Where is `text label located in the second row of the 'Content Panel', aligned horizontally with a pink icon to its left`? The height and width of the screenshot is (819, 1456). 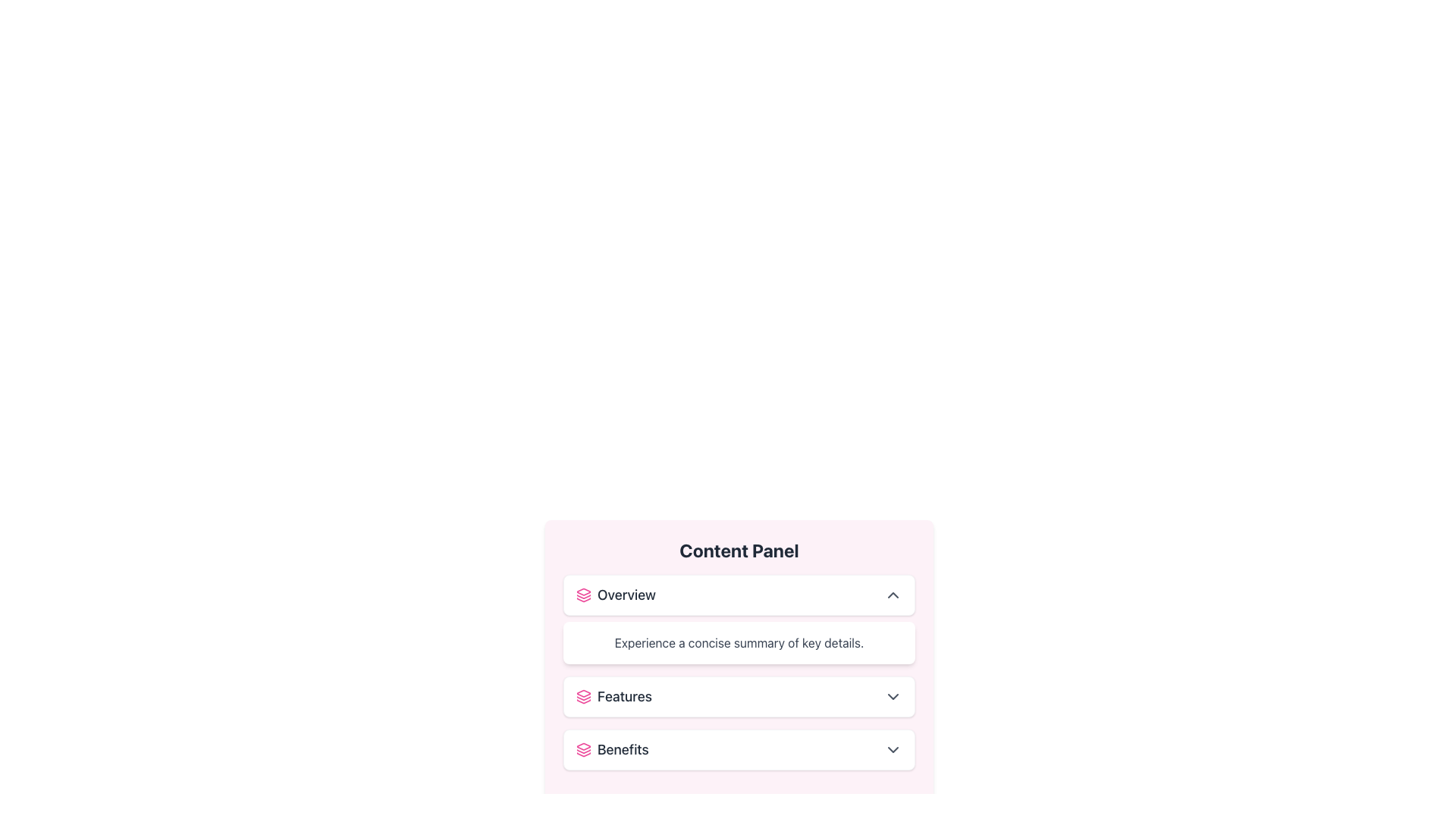 text label located in the second row of the 'Content Panel', aligned horizontally with a pink icon to its left is located at coordinates (613, 696).